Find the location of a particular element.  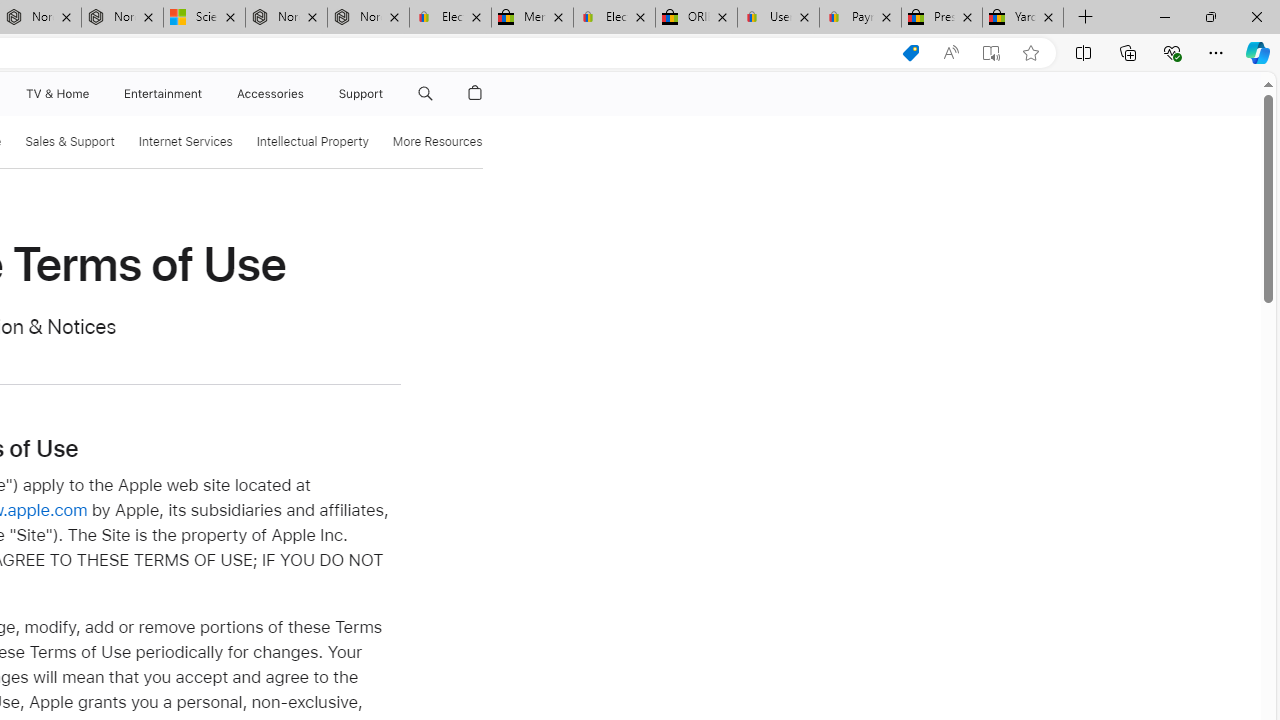

'Class: globalnav-item globalnav-search shift-0-1' is located at coordinates (424, 93).